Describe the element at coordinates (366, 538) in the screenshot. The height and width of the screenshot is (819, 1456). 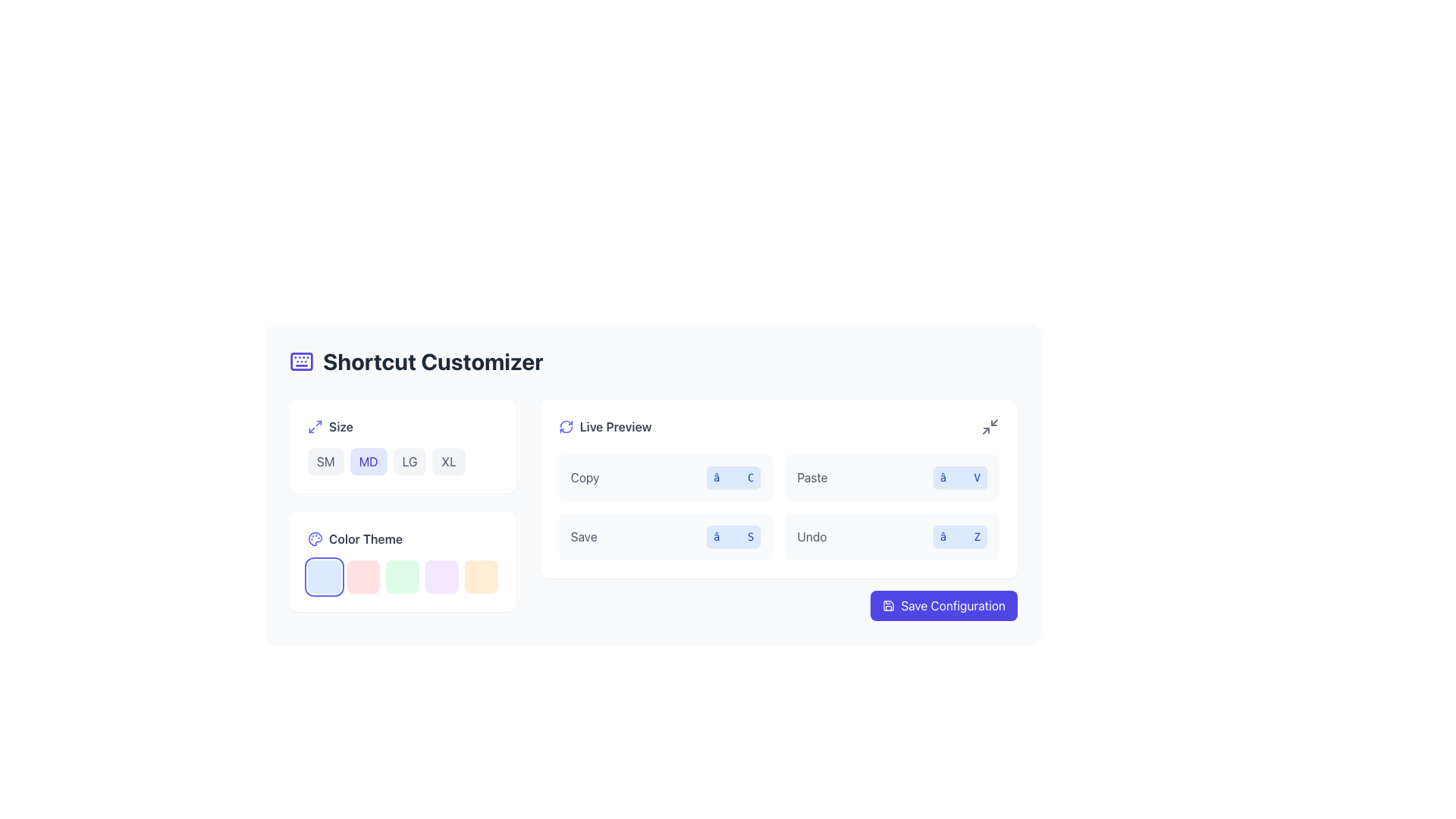
I see `the static text label 'Color Theme', which is styled in gray with a bold font and serves as the title for theme selection` at that location.